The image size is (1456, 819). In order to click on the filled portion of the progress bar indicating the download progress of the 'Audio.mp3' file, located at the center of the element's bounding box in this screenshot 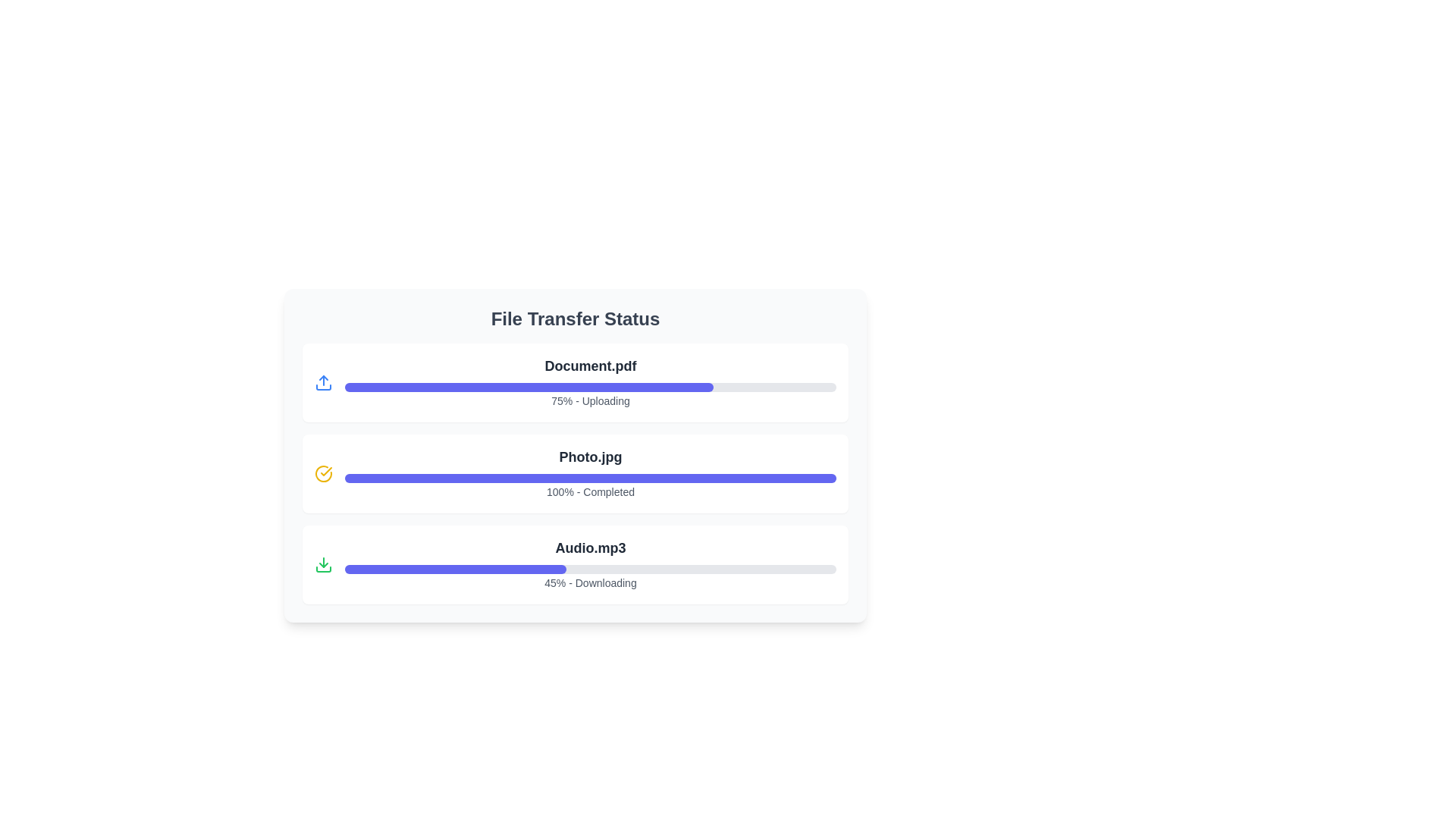, I will do `click(454, 570)`.